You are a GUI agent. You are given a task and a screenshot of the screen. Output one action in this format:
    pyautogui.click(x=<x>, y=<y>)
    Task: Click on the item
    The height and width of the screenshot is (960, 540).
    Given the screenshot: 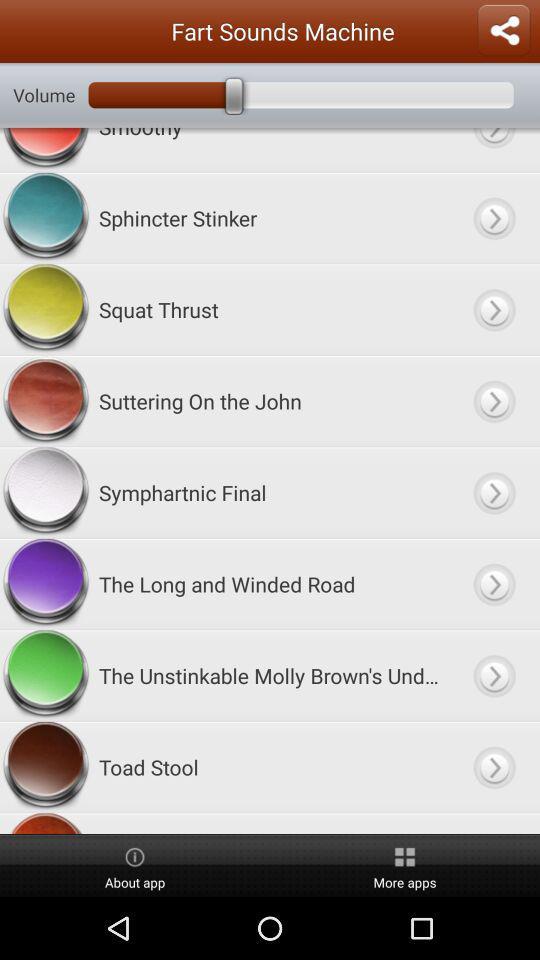 What is the action you would take?
    pyautogui.click(x=493, y=309)
    